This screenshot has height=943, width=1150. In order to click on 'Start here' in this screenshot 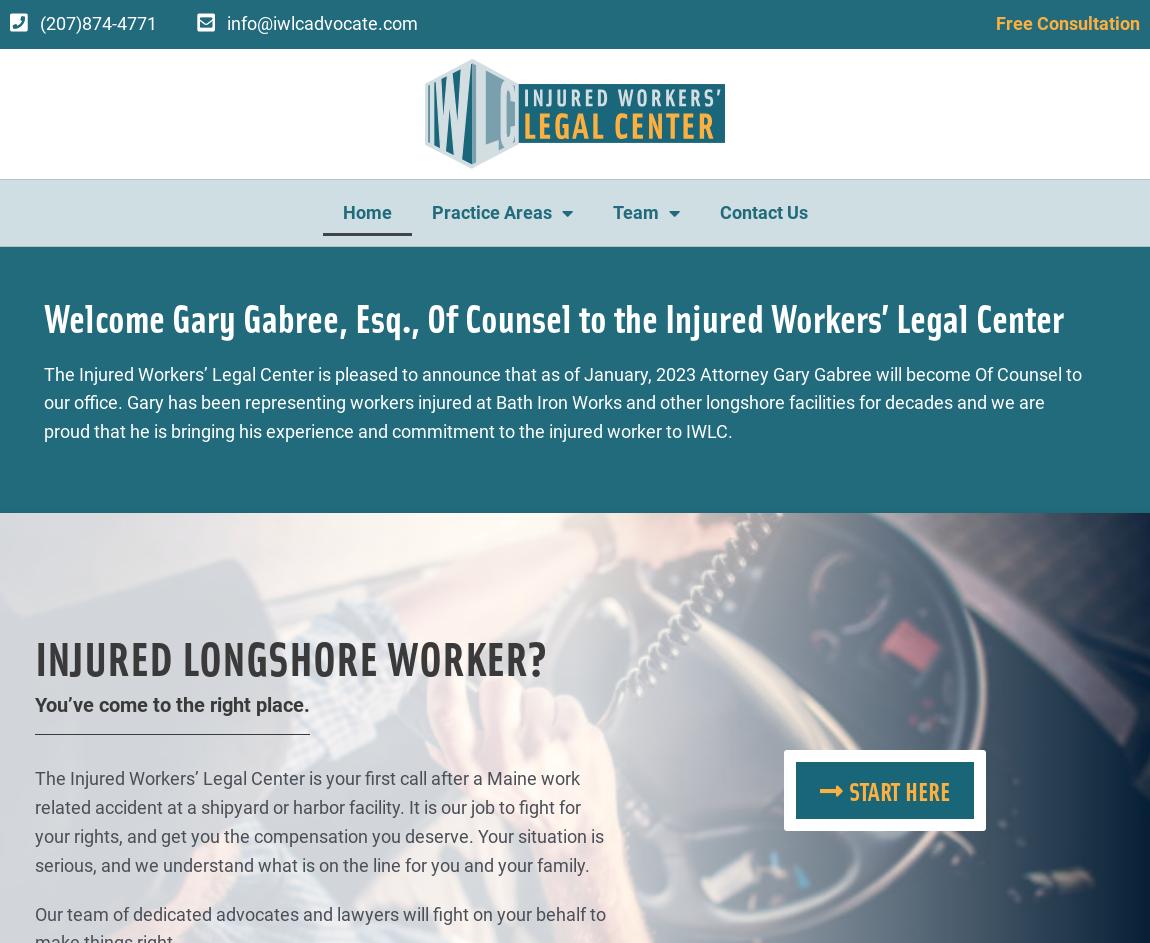, I will do `click(898, 789)`.